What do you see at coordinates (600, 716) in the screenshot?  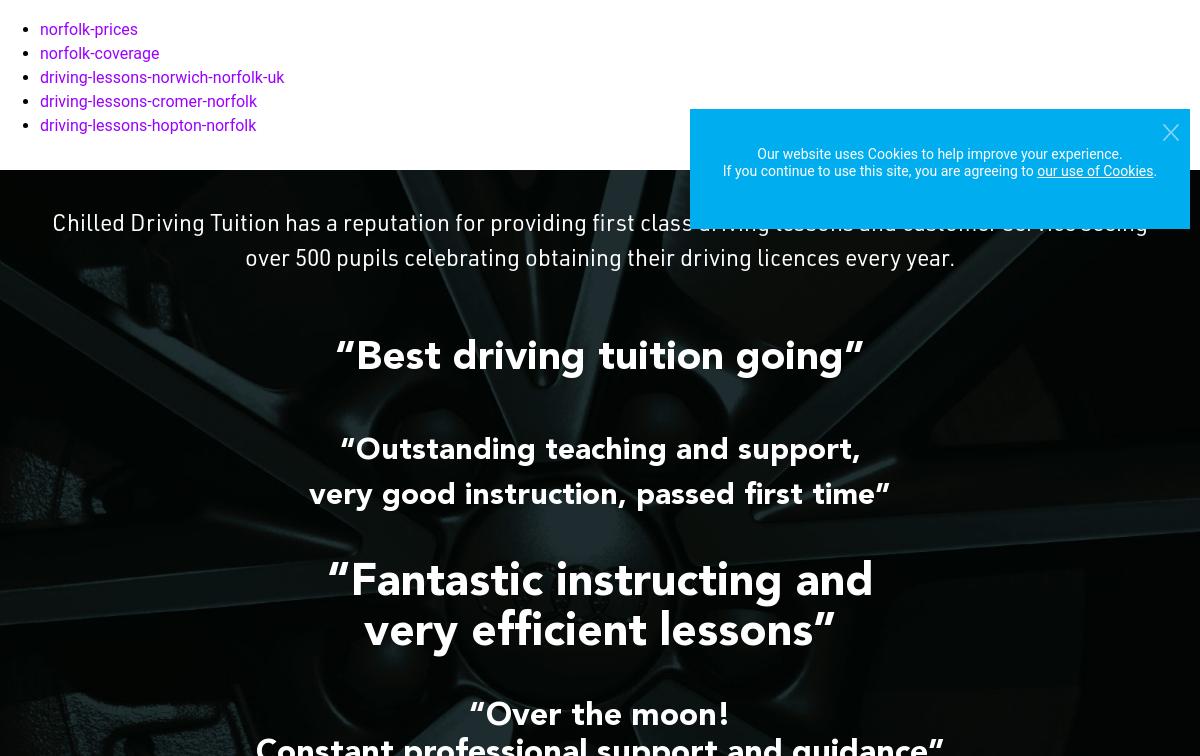 I see `'“Over the moon!'` at bounding box center [600, 716].